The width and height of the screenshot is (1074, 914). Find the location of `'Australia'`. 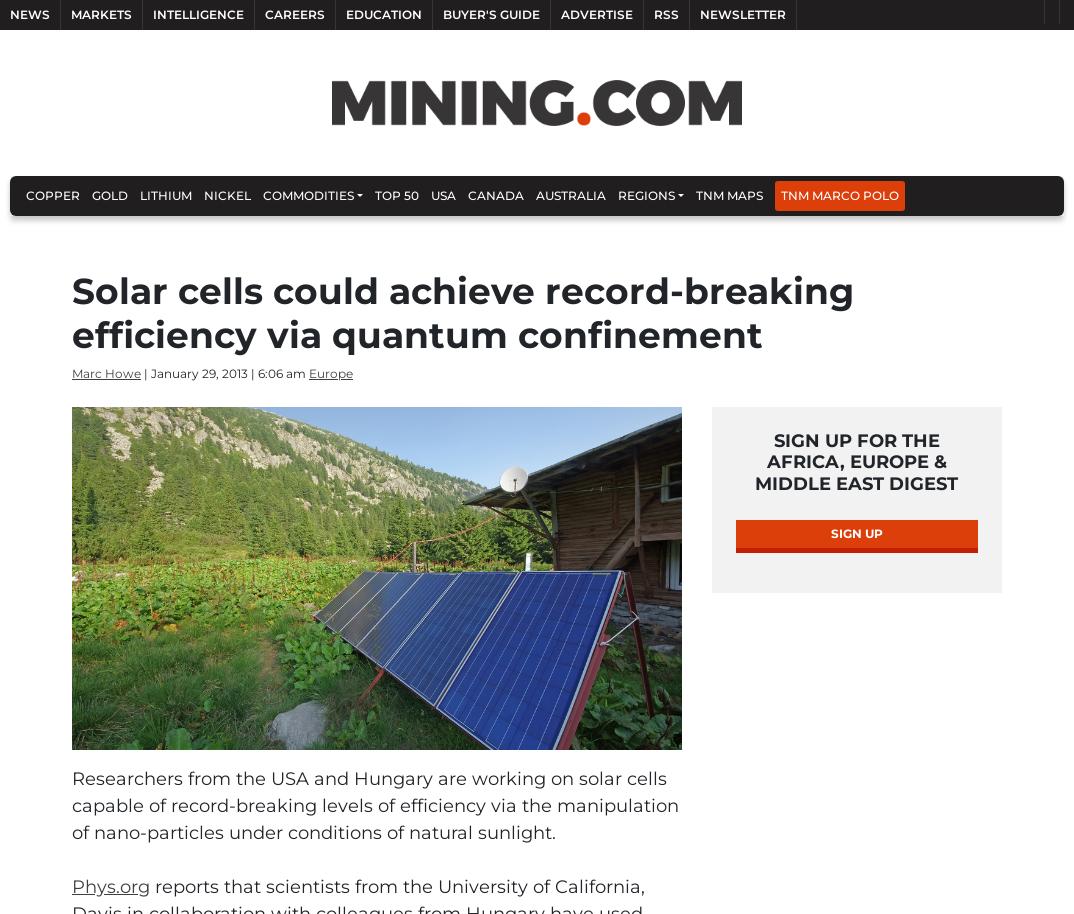

'Australia' is located at coordinates (570, 195).